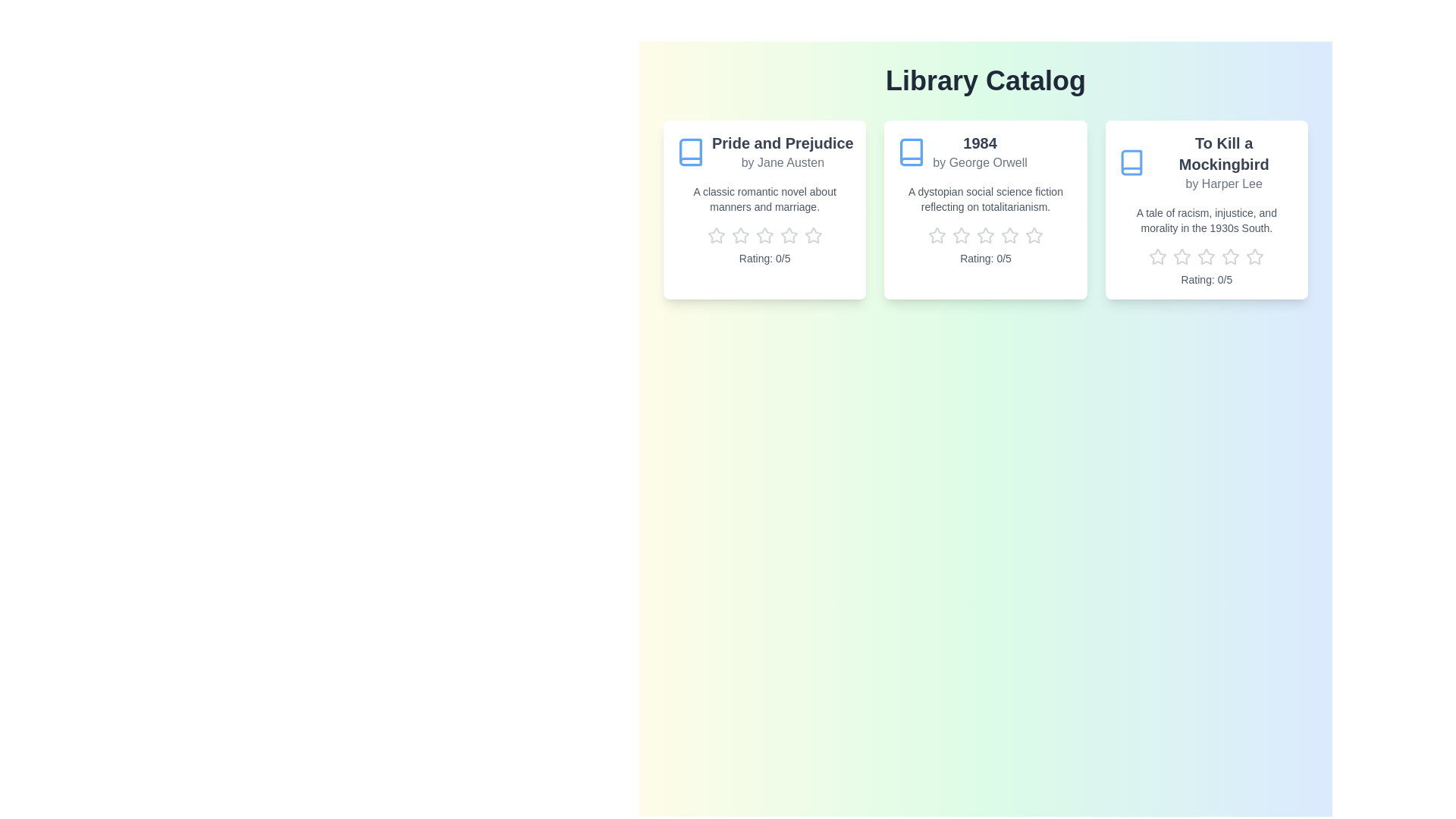 The width and height of the screenshot is (1456, 819). I want to click on the rating of the book 'To Kill a Mockingbird' to 5 stars by clicking the corresponding star, so click(1255, 256).